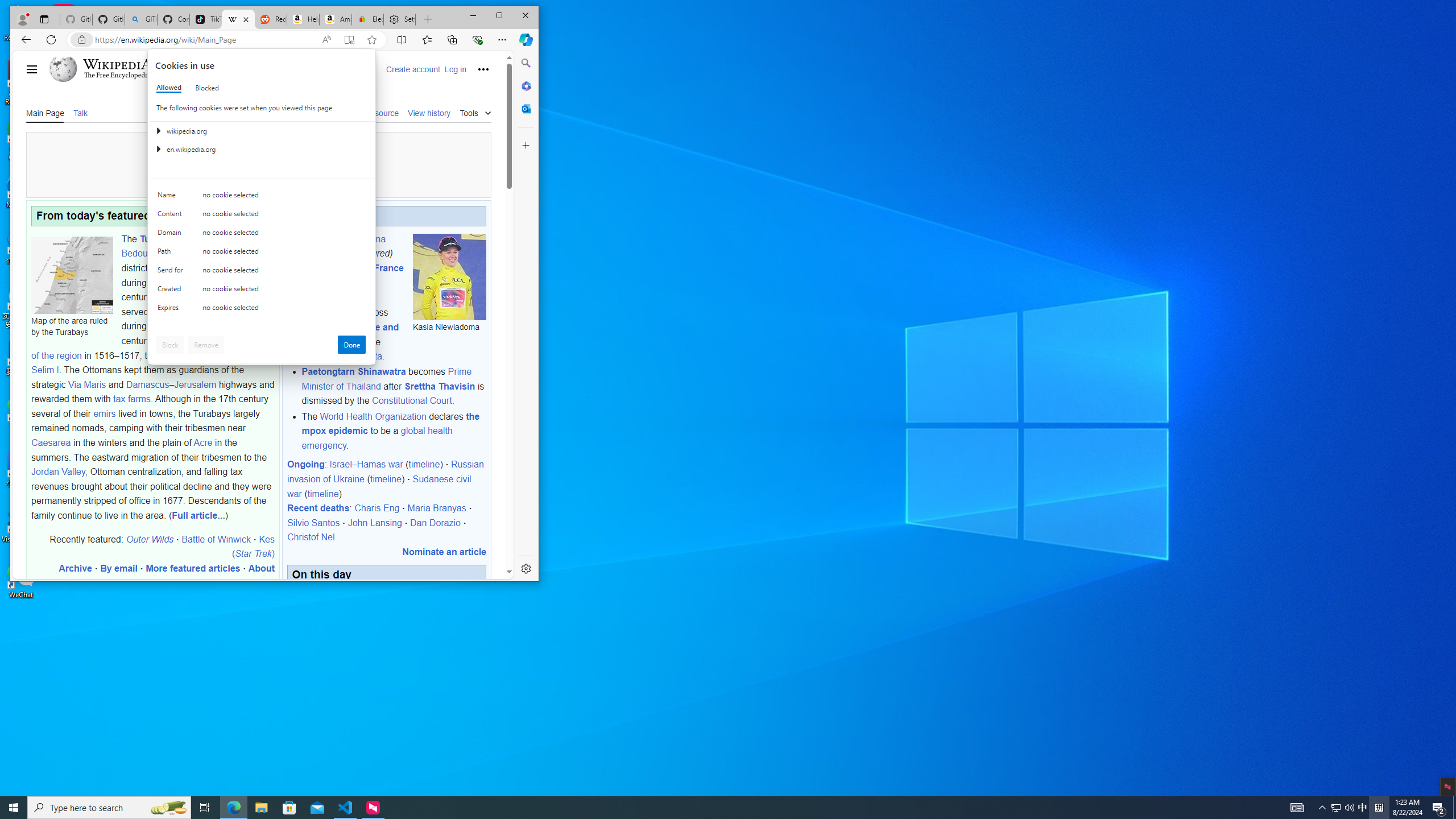 This screenshot has height=819, width=1456. I want to click on 'Domain', so click(172, 235).